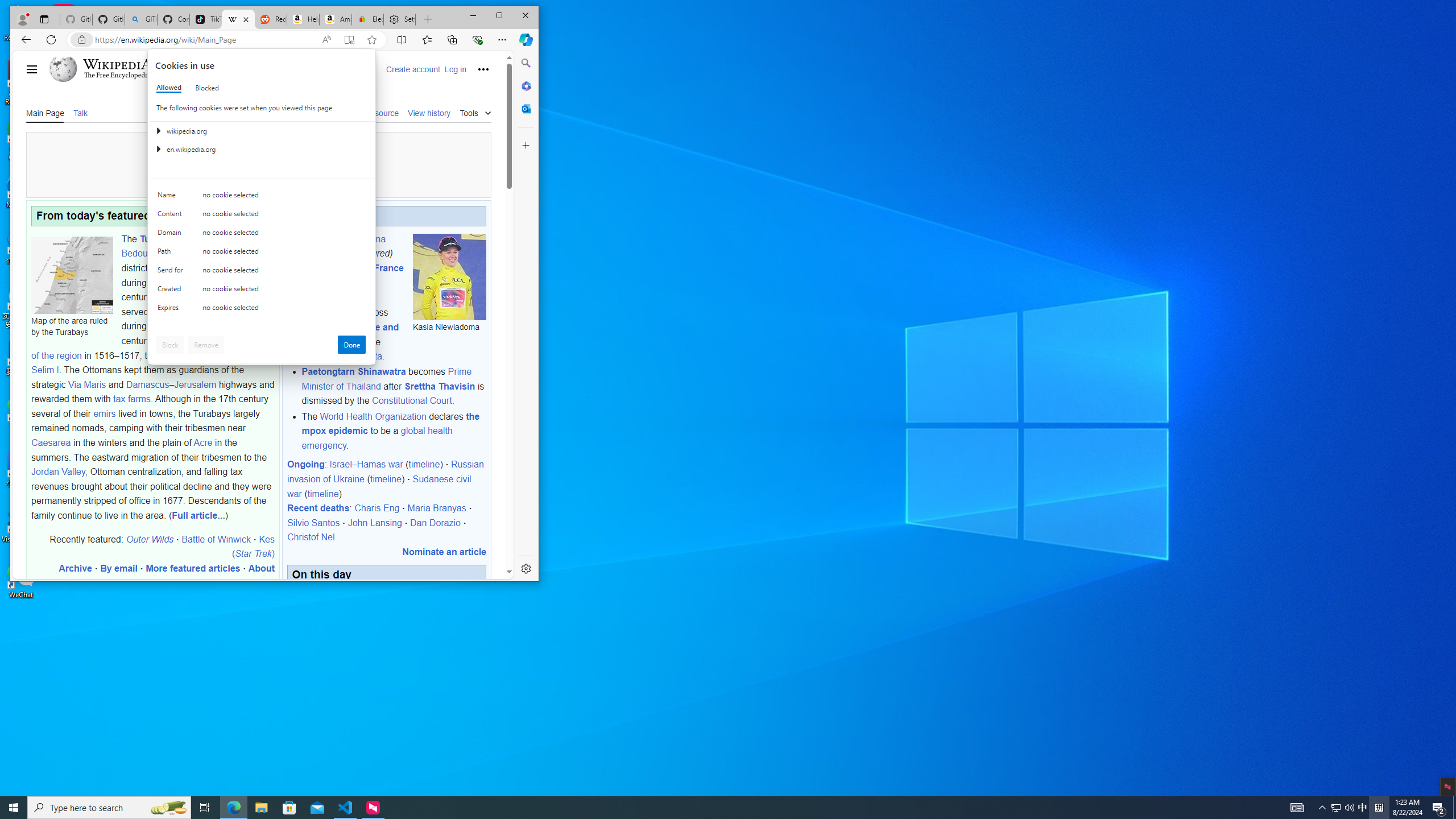 This screenshot has height=819, width=1456. I want to click on 'Domain', so click(172, 235).